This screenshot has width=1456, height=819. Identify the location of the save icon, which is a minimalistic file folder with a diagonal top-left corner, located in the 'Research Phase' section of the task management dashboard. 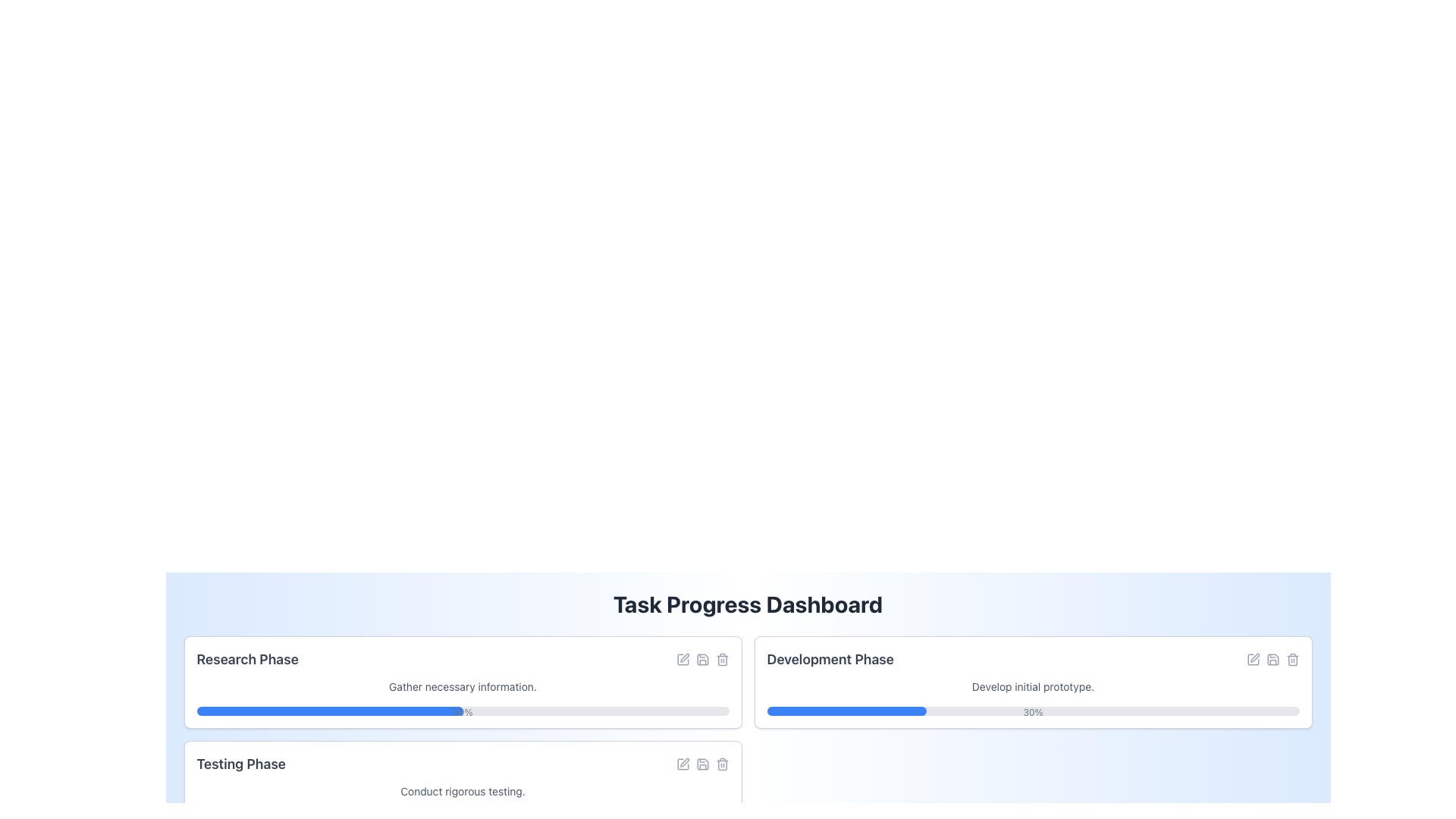
(701, 659).